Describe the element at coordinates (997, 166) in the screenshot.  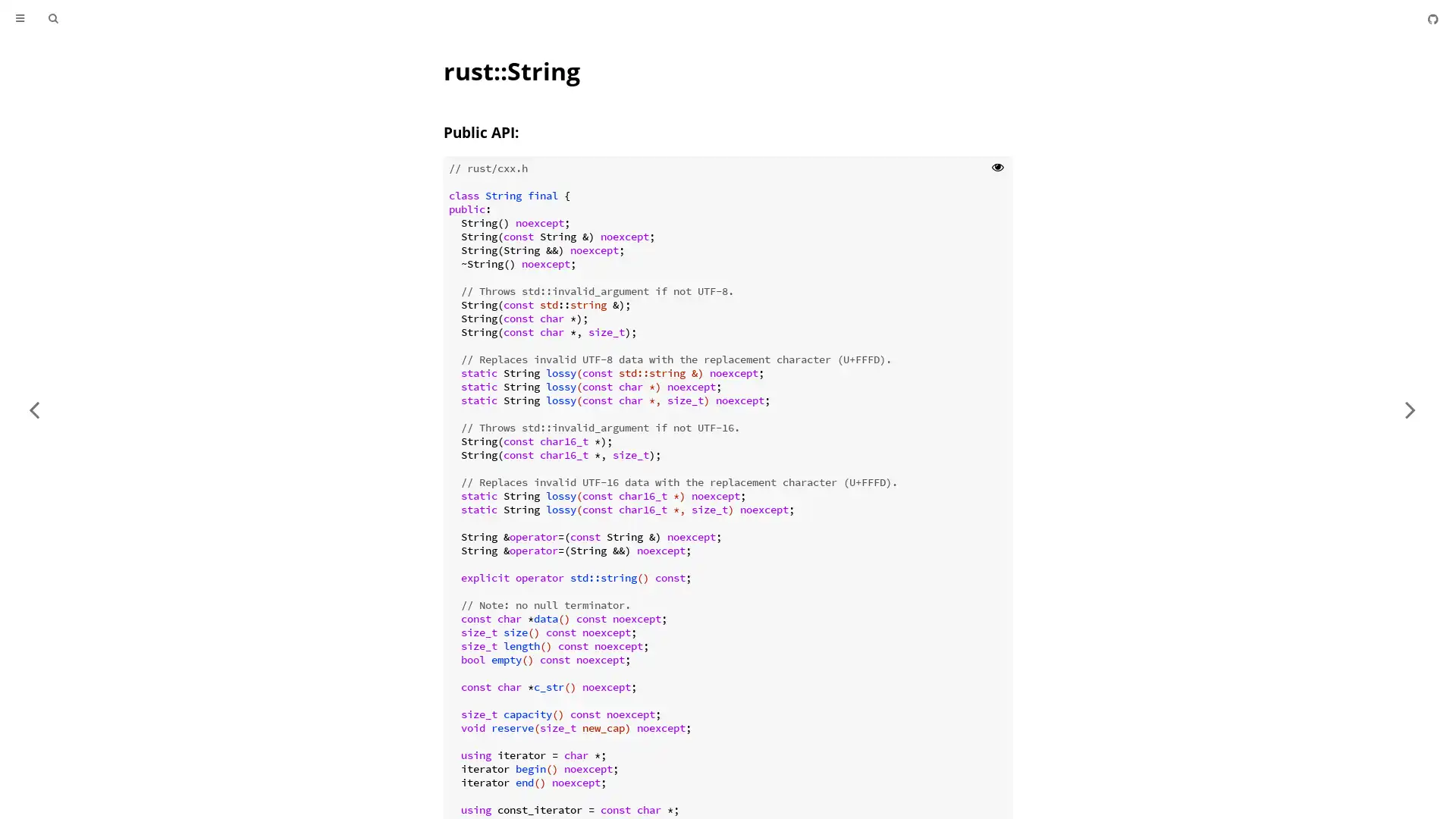
I see `Show hidden lines` at that location.